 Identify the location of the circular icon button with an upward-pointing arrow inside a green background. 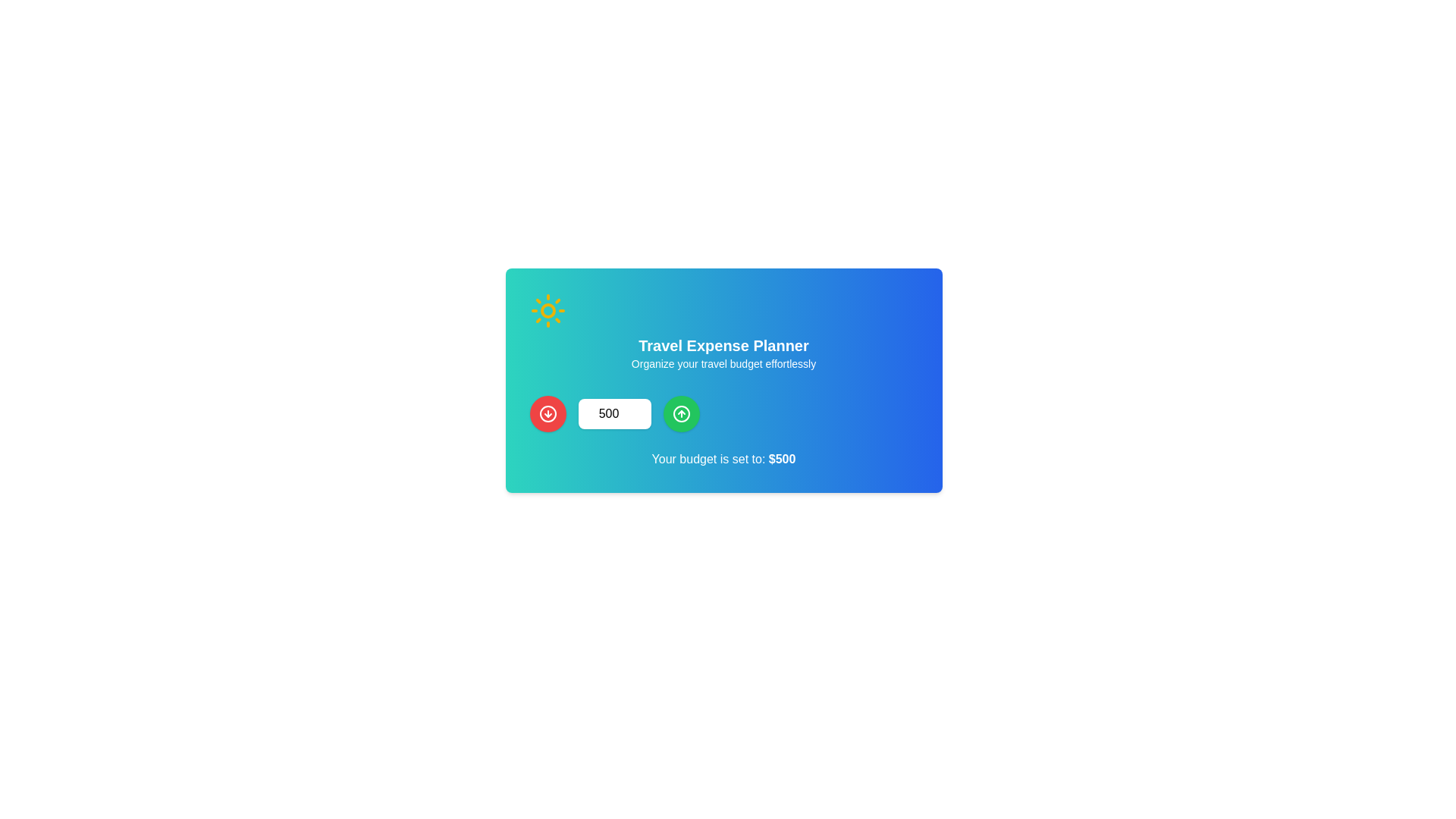
(680, 414).